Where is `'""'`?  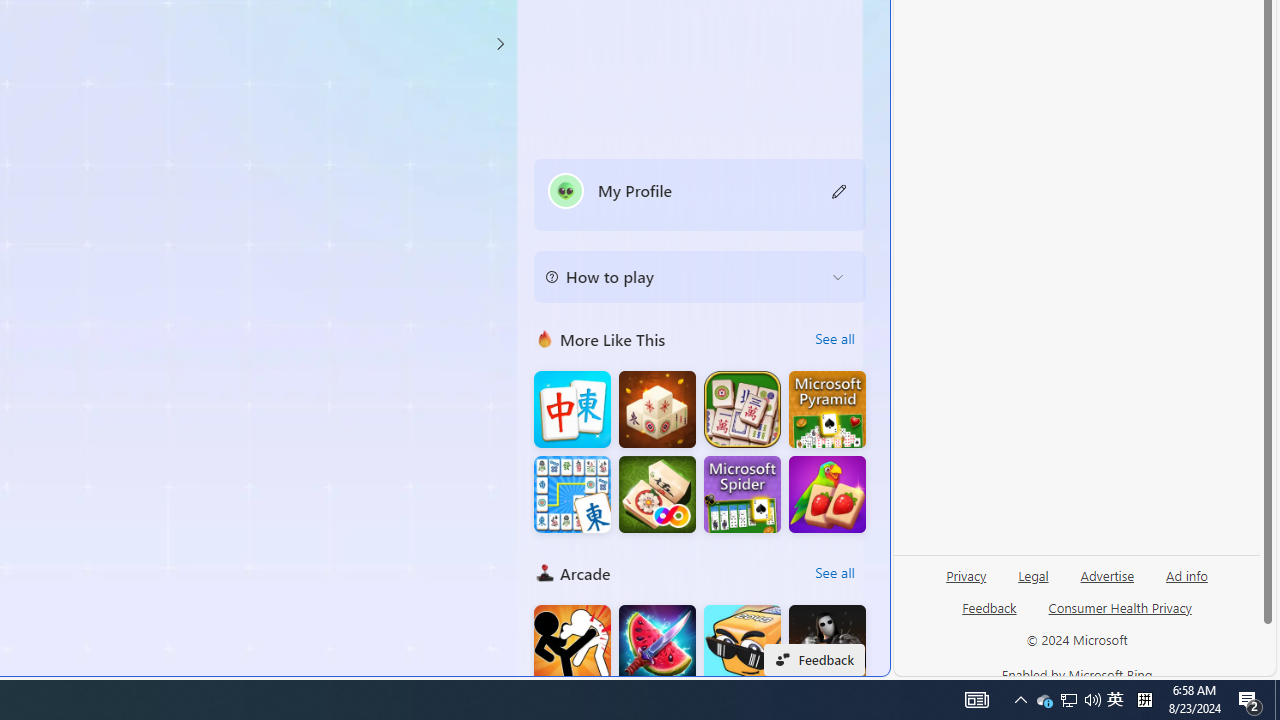 '""' is located at coordinates (564, 190).